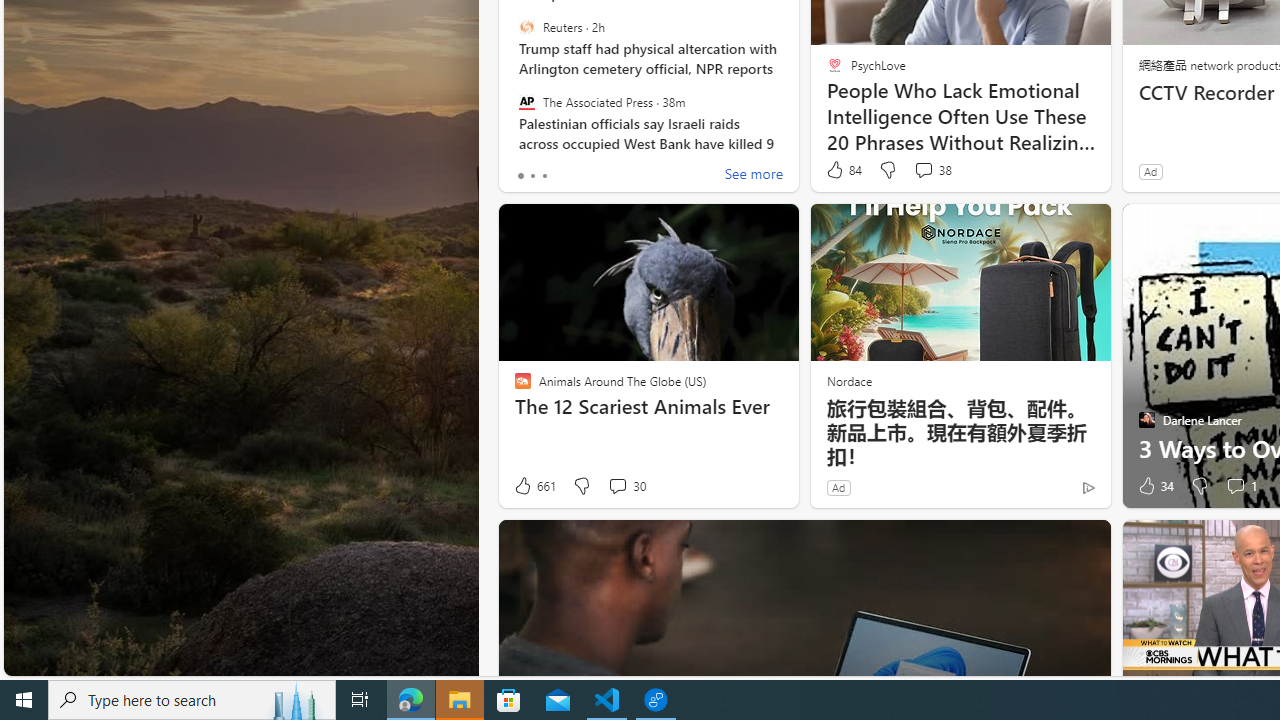  I want to click on 'See more', so click(752, 175).